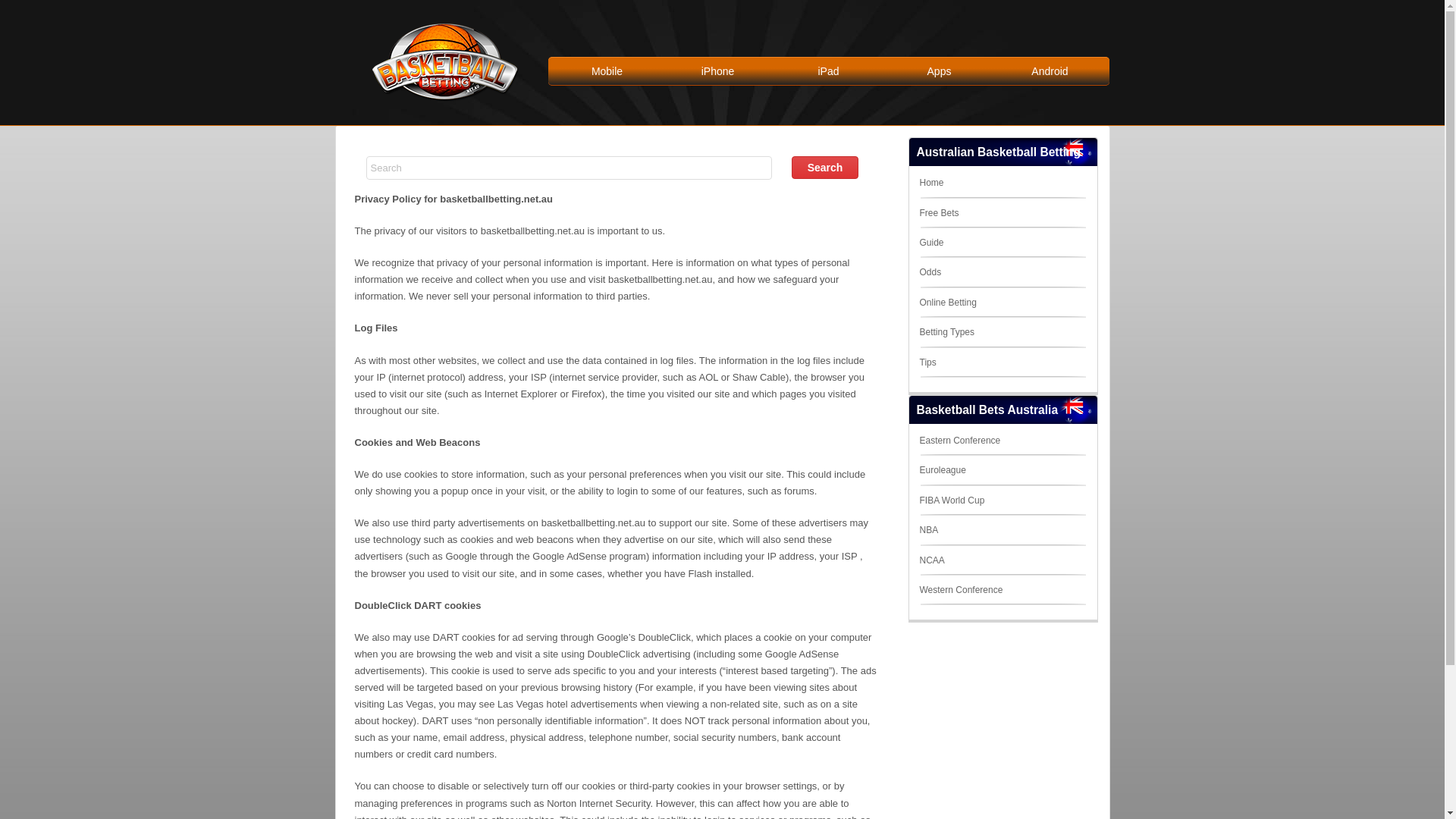 This screenshot has height=819, width=1456. What do you see at coordinates (828, 71) in the screenshot?
I see `'iPad'` at bounding box center [828, 71].